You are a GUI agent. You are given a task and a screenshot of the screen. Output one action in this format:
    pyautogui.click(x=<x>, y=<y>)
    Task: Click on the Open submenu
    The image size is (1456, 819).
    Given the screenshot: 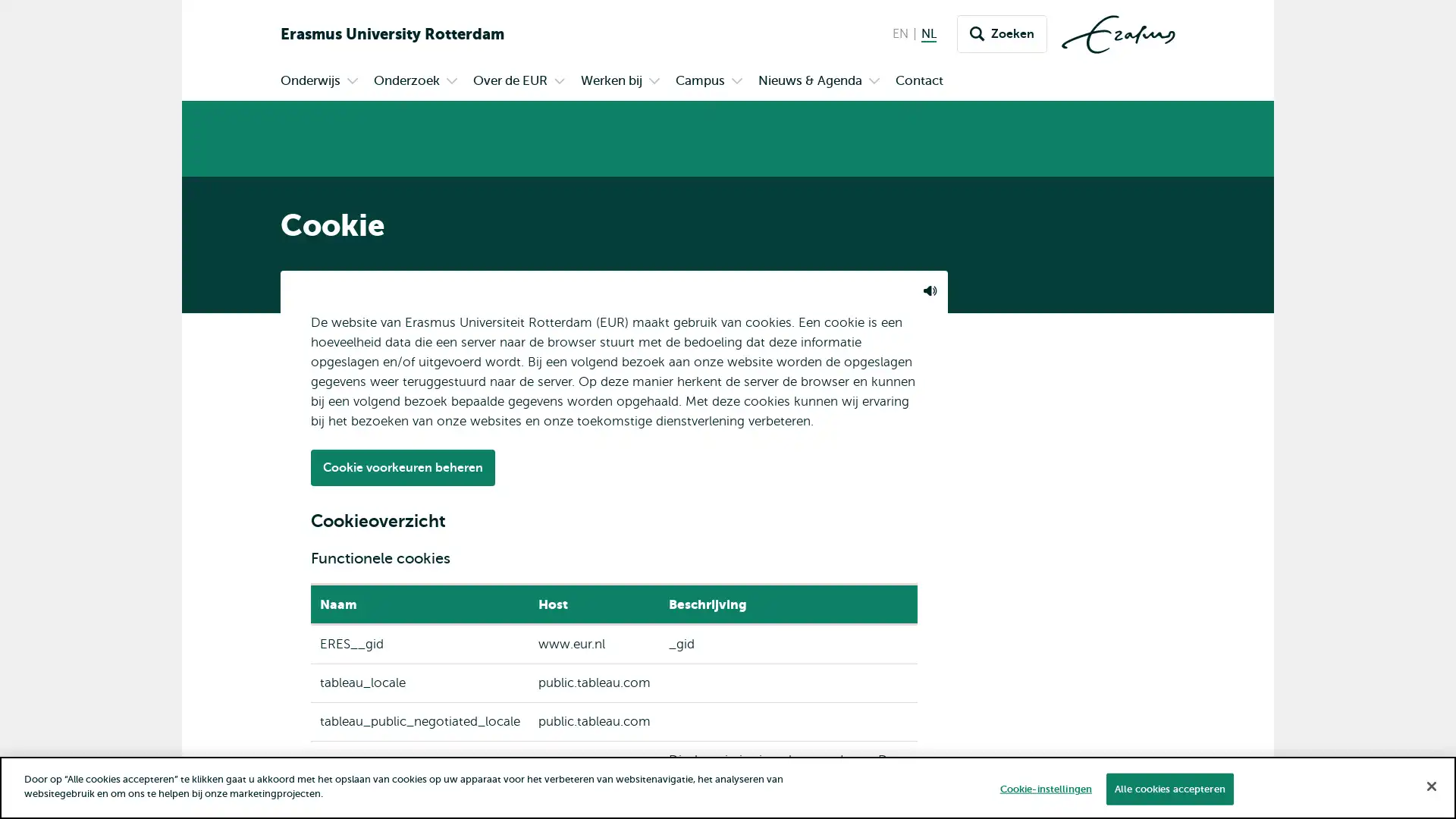 What is the action you would take?
    pyautogui.click(x=450, y=82)
    